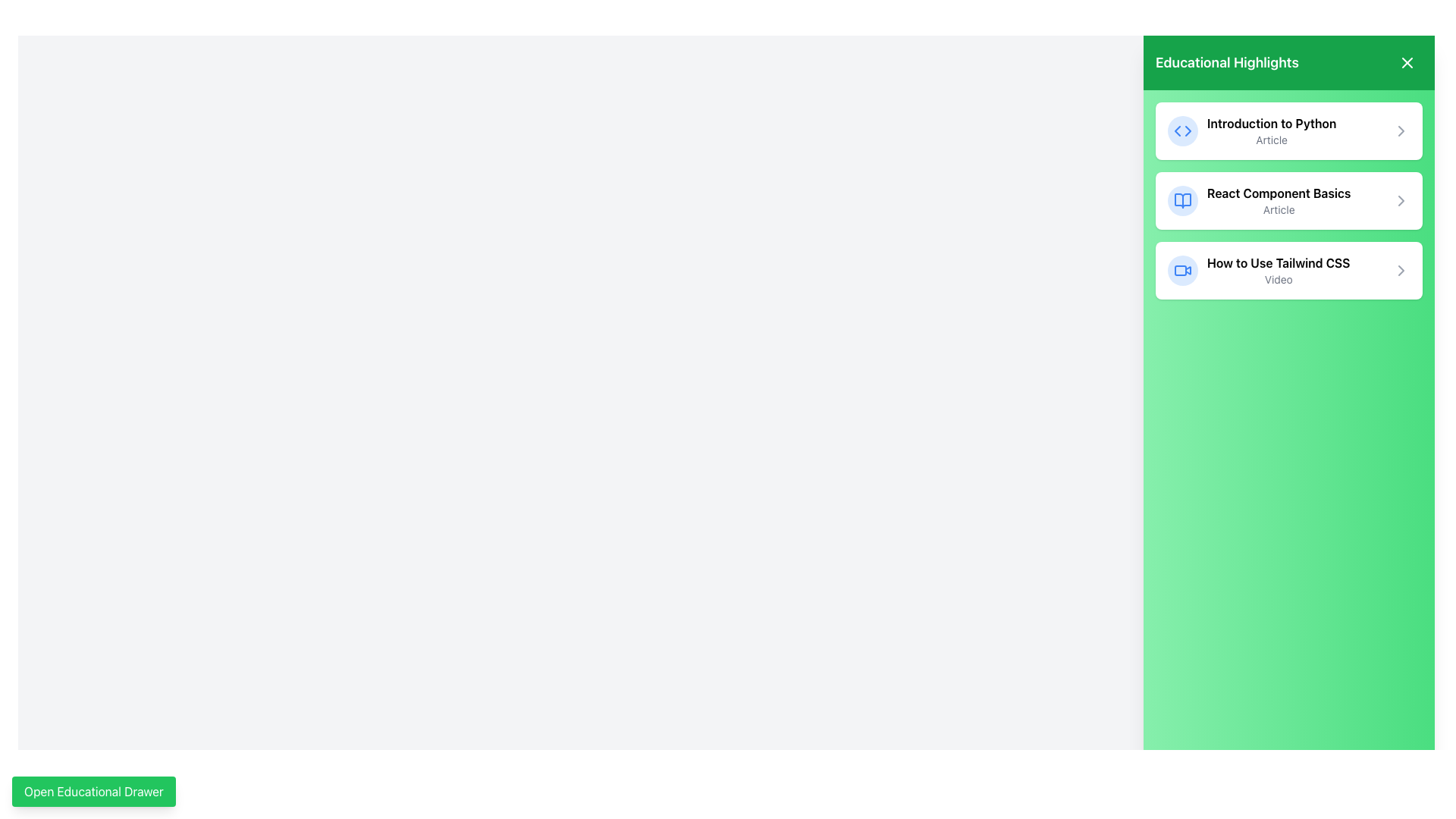 Image resolution: width=1456 pixels, height=819 pixels. What do you see at coordinates (1401, 200) in the screenshot?
I see `the small right-pointing chevron icon located at the far right side of the second list item in the vertical list titled 'Educational Highlights'` at bounding box center [1401, 200].